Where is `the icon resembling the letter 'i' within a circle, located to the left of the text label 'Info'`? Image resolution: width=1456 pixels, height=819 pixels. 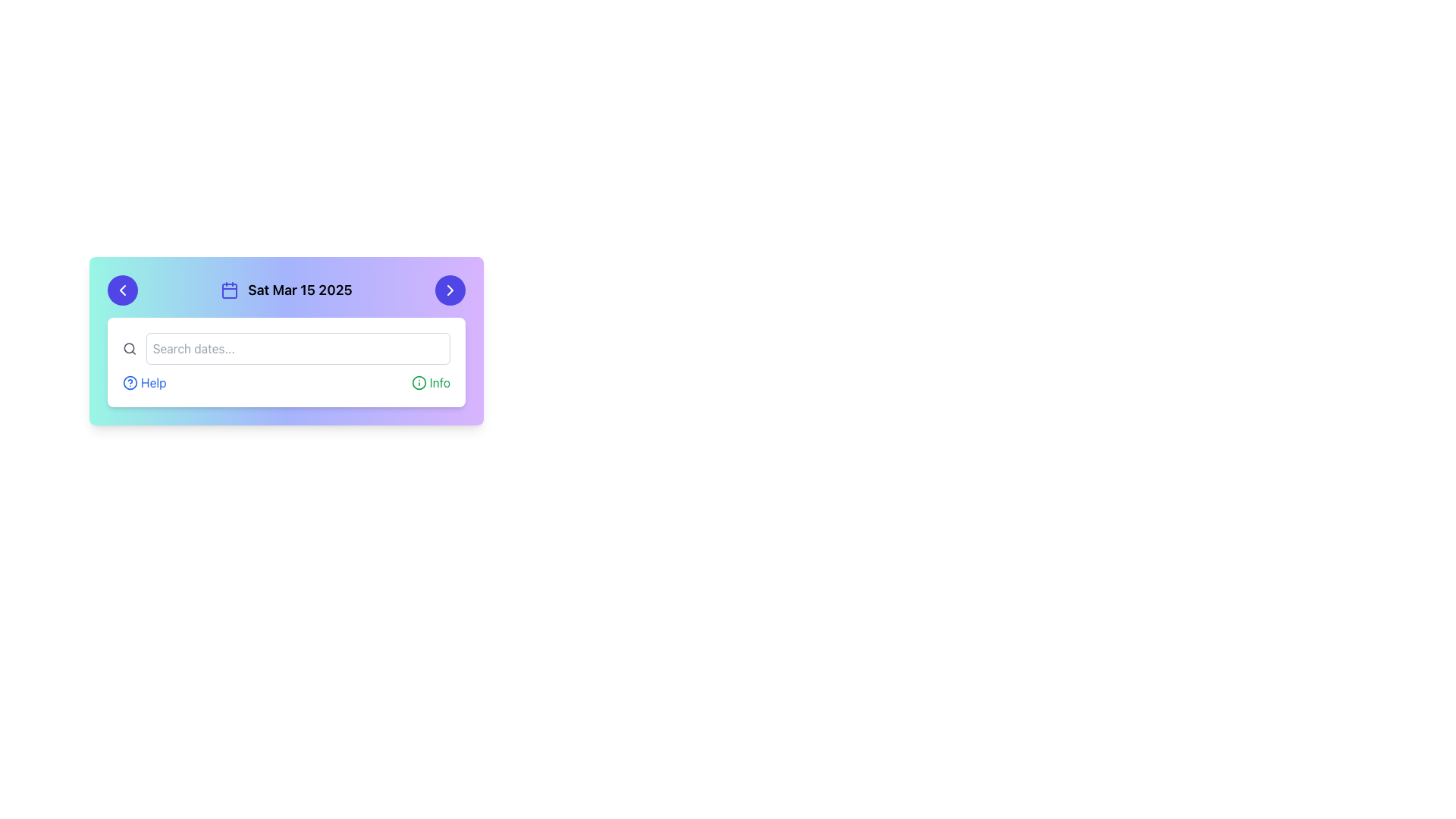 the icon resembling the letter 'i' within a circle, located to the left of the text label 'Info' is located at coordinates (419, 382).